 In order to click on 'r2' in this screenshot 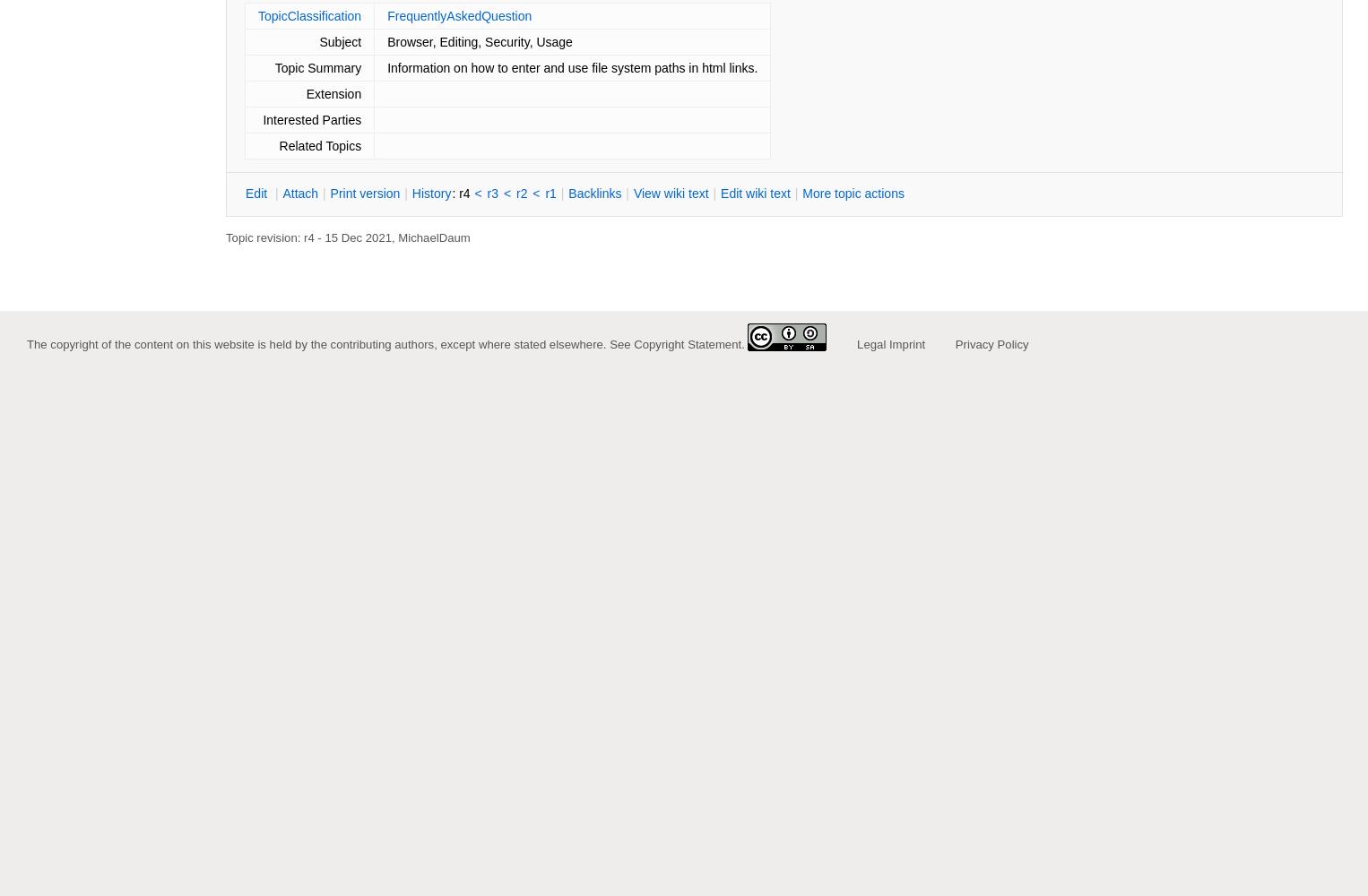, I will do `click(521, 193)`.